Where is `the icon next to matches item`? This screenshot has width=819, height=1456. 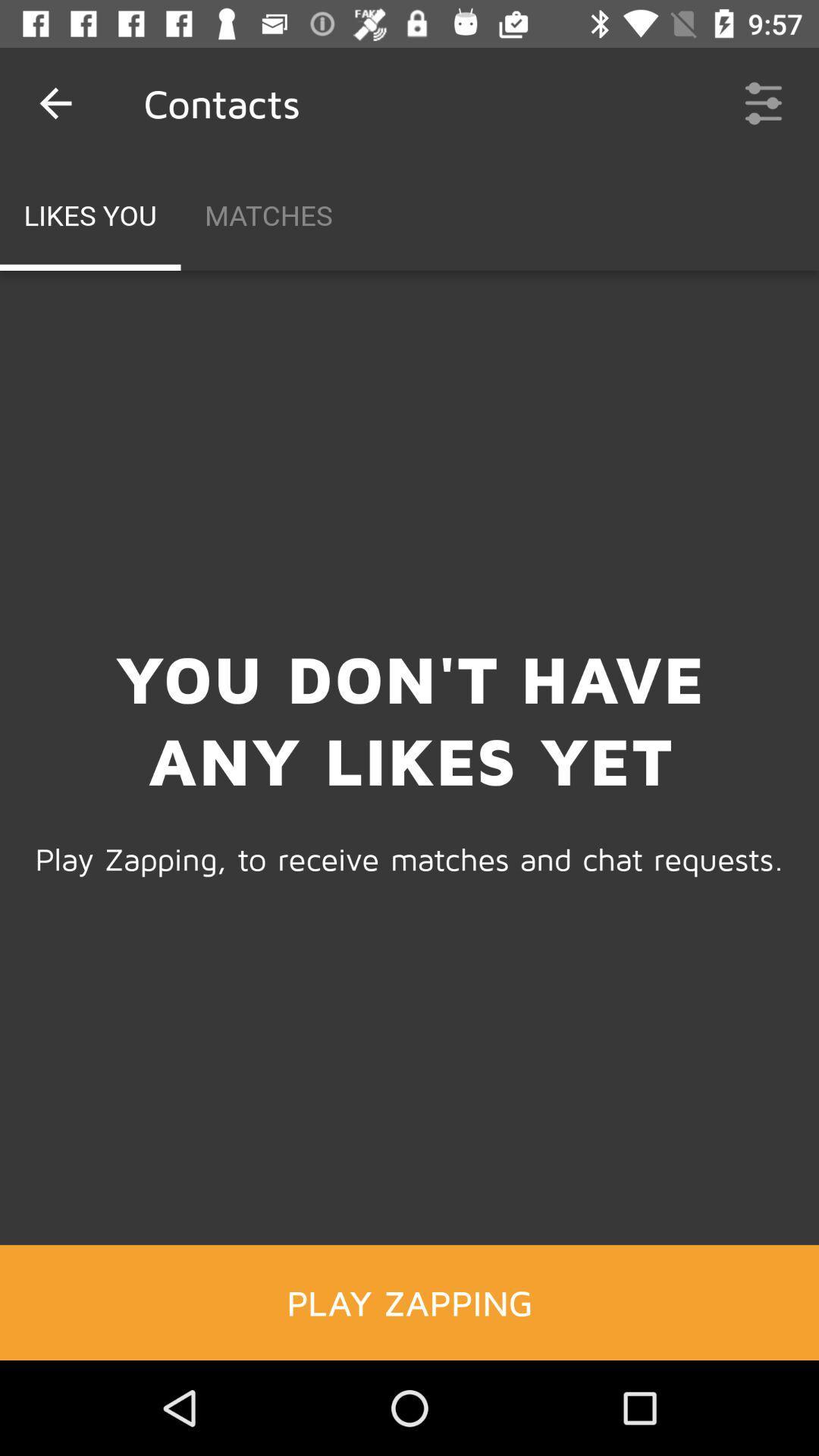 the icon next to matches item is located at coordinates (763, 102).